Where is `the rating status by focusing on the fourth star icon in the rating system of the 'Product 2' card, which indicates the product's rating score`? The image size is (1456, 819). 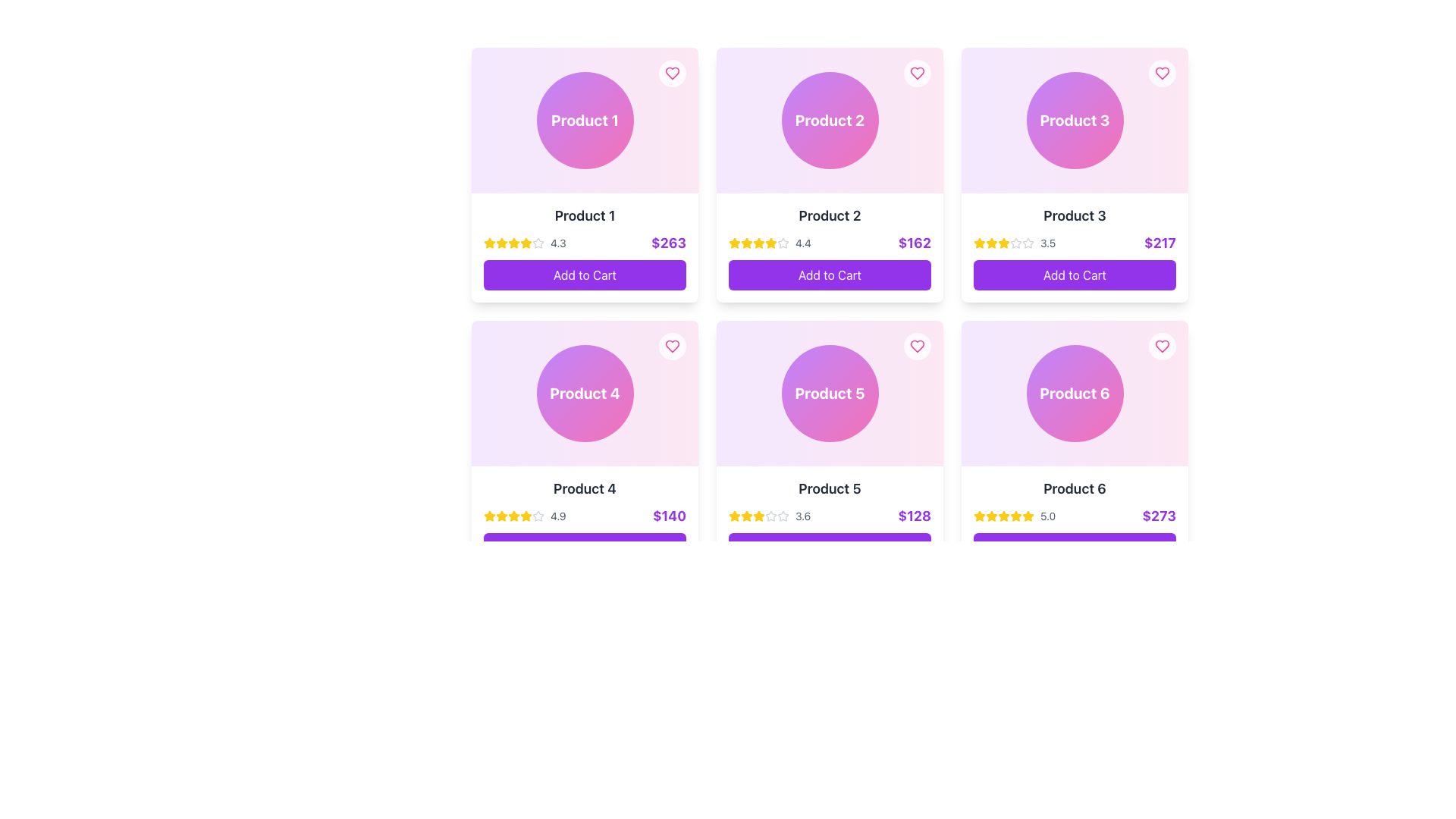
the rating status by focusing on the fourth star icon in the rating system of the 'Product 2' card, which indicates the product's rating score is located at coordinates (771, 242).